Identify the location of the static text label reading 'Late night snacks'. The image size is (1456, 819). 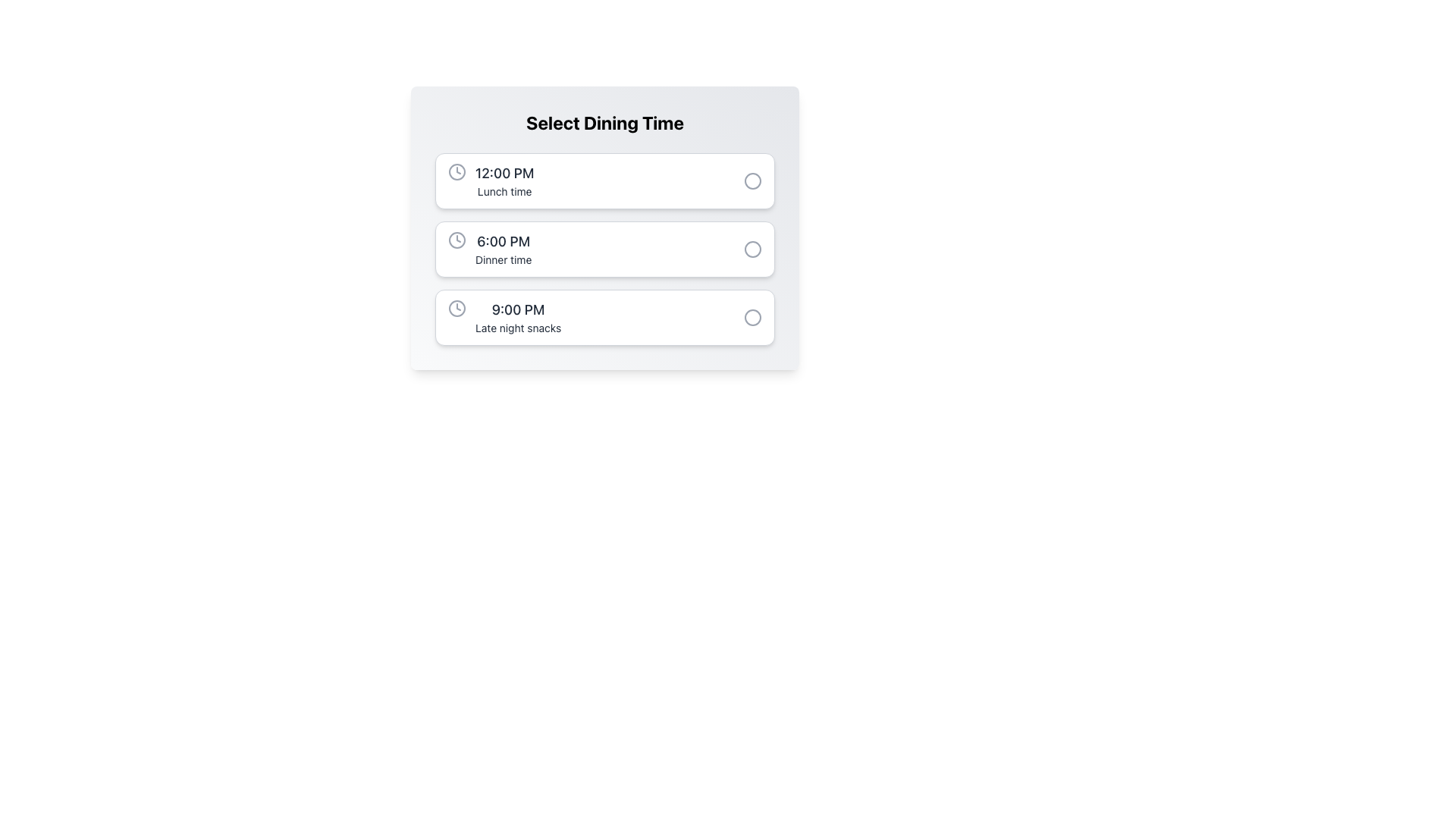
(518, 327).